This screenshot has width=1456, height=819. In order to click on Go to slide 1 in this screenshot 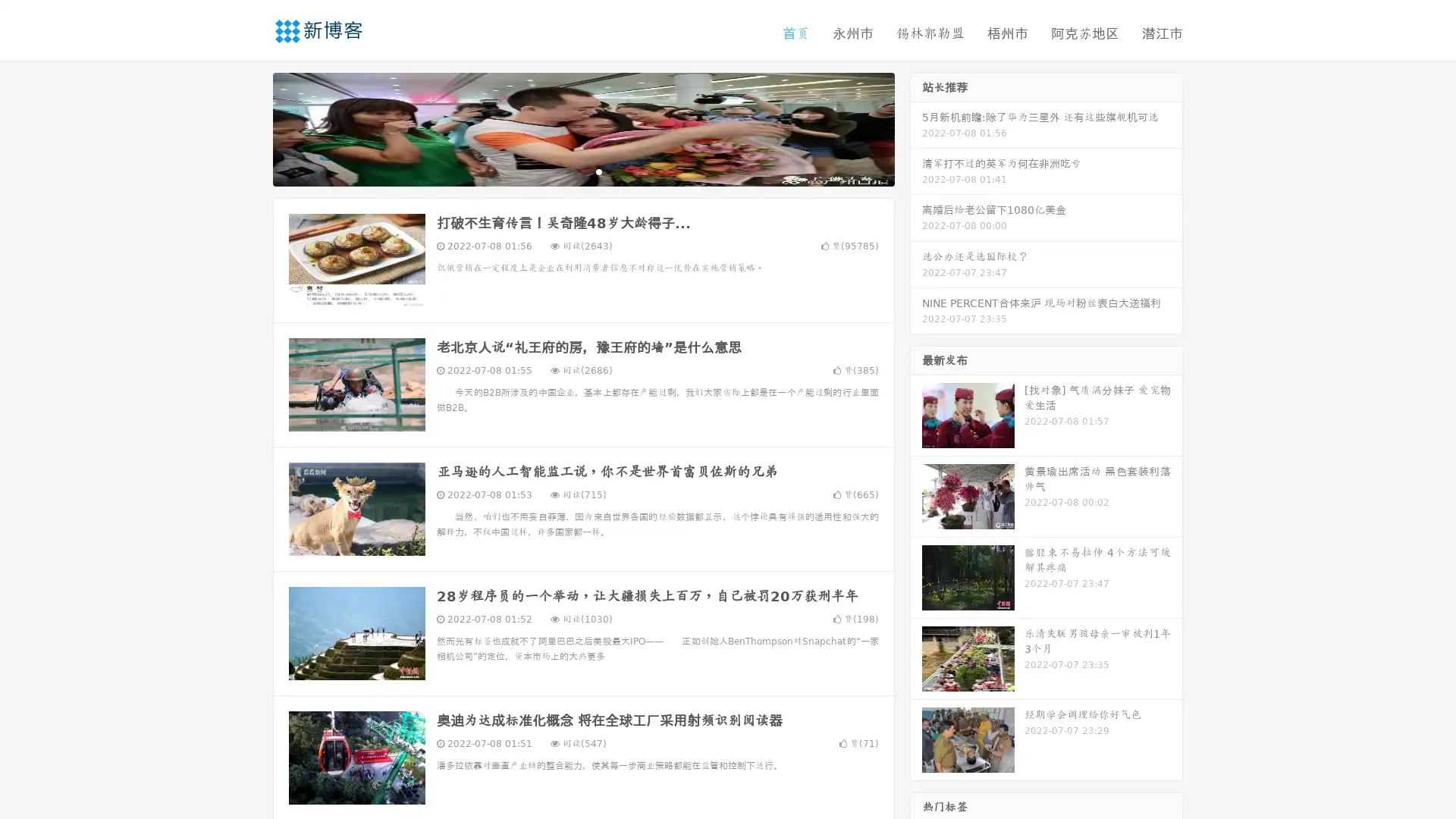, I will do `click(567, 171)`.